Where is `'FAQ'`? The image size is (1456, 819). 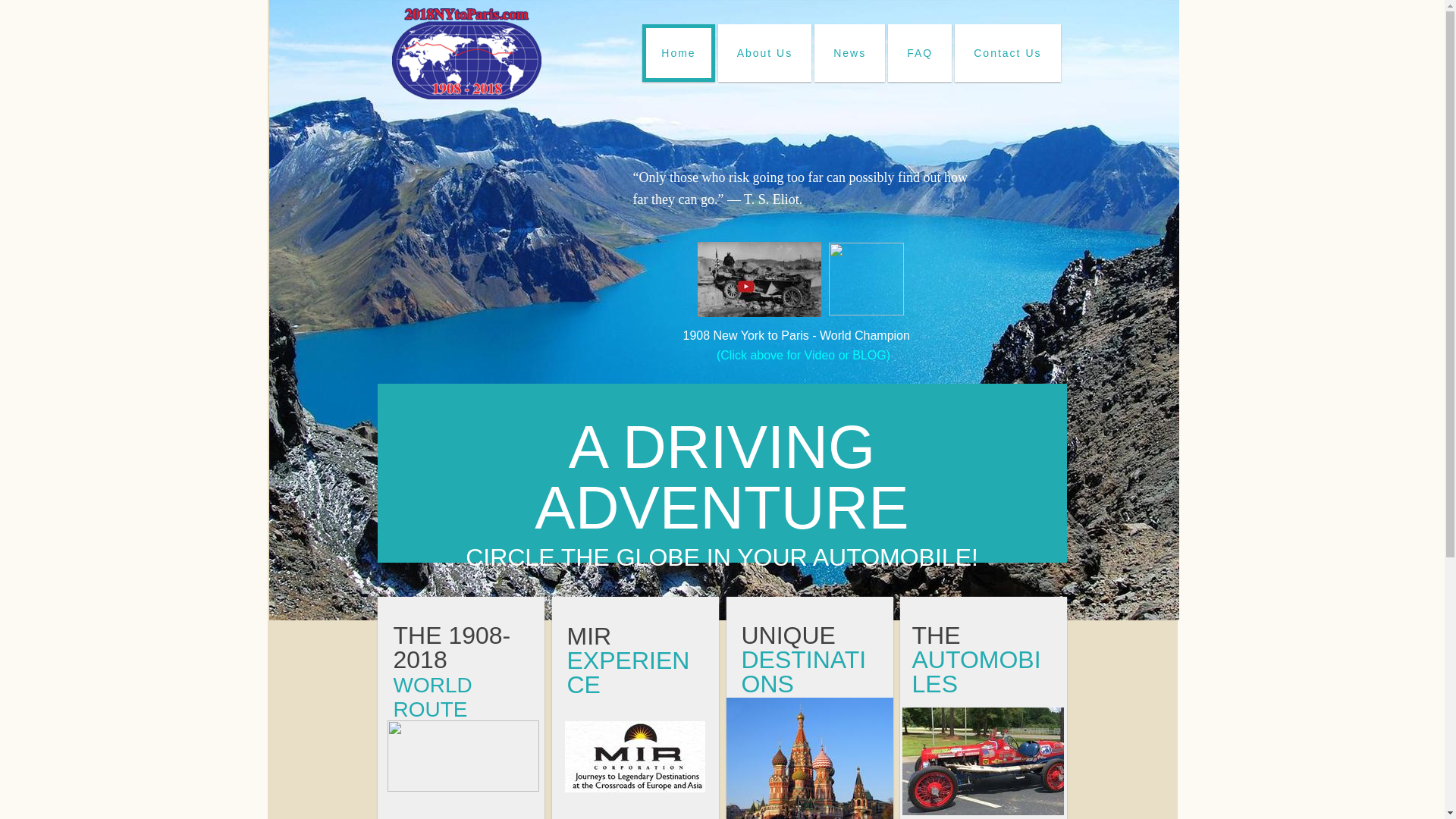
'FAQ' is located at coordinates (919, 52).